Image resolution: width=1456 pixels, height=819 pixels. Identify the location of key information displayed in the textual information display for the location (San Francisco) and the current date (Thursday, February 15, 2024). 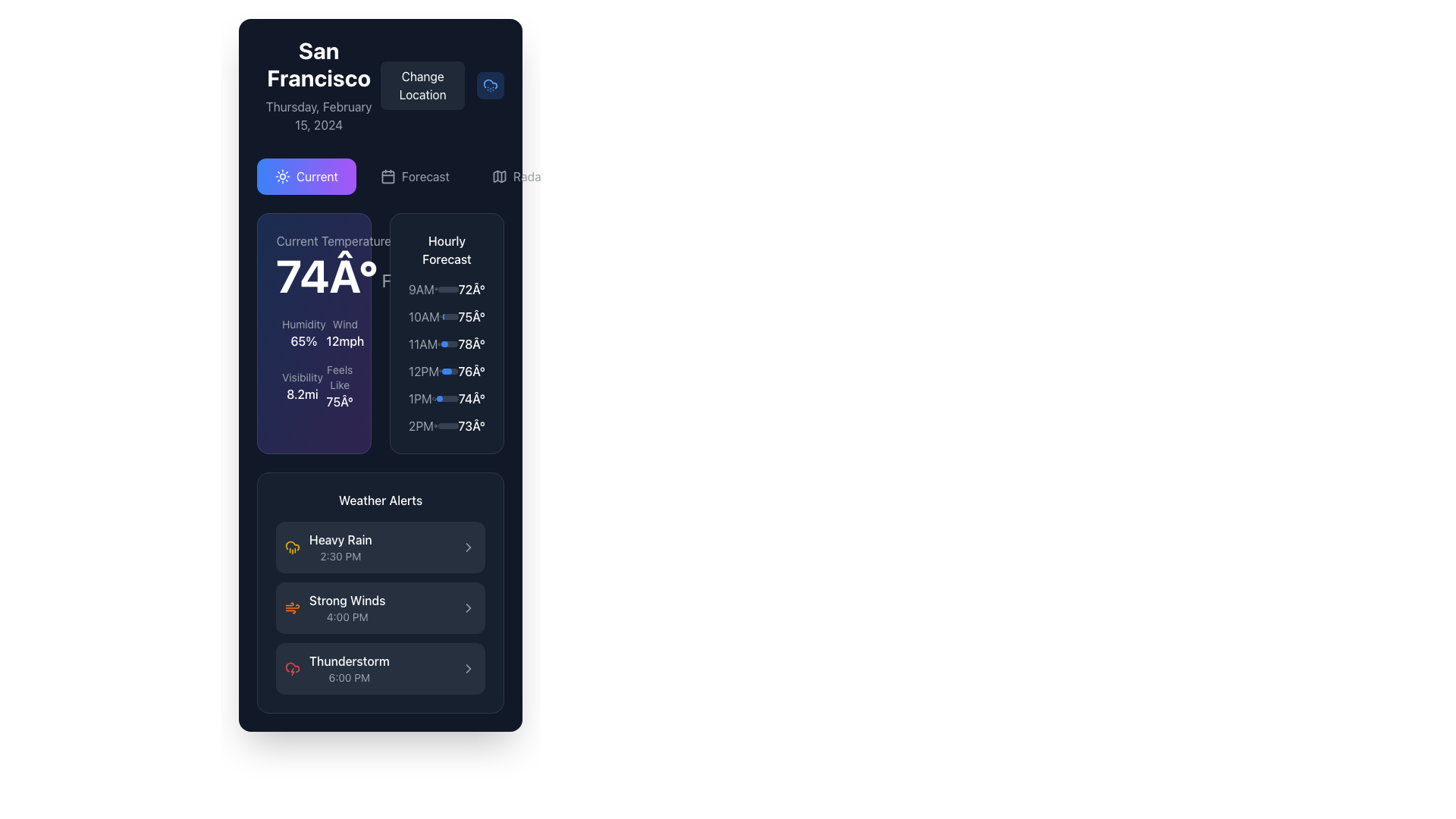
(318, 85).